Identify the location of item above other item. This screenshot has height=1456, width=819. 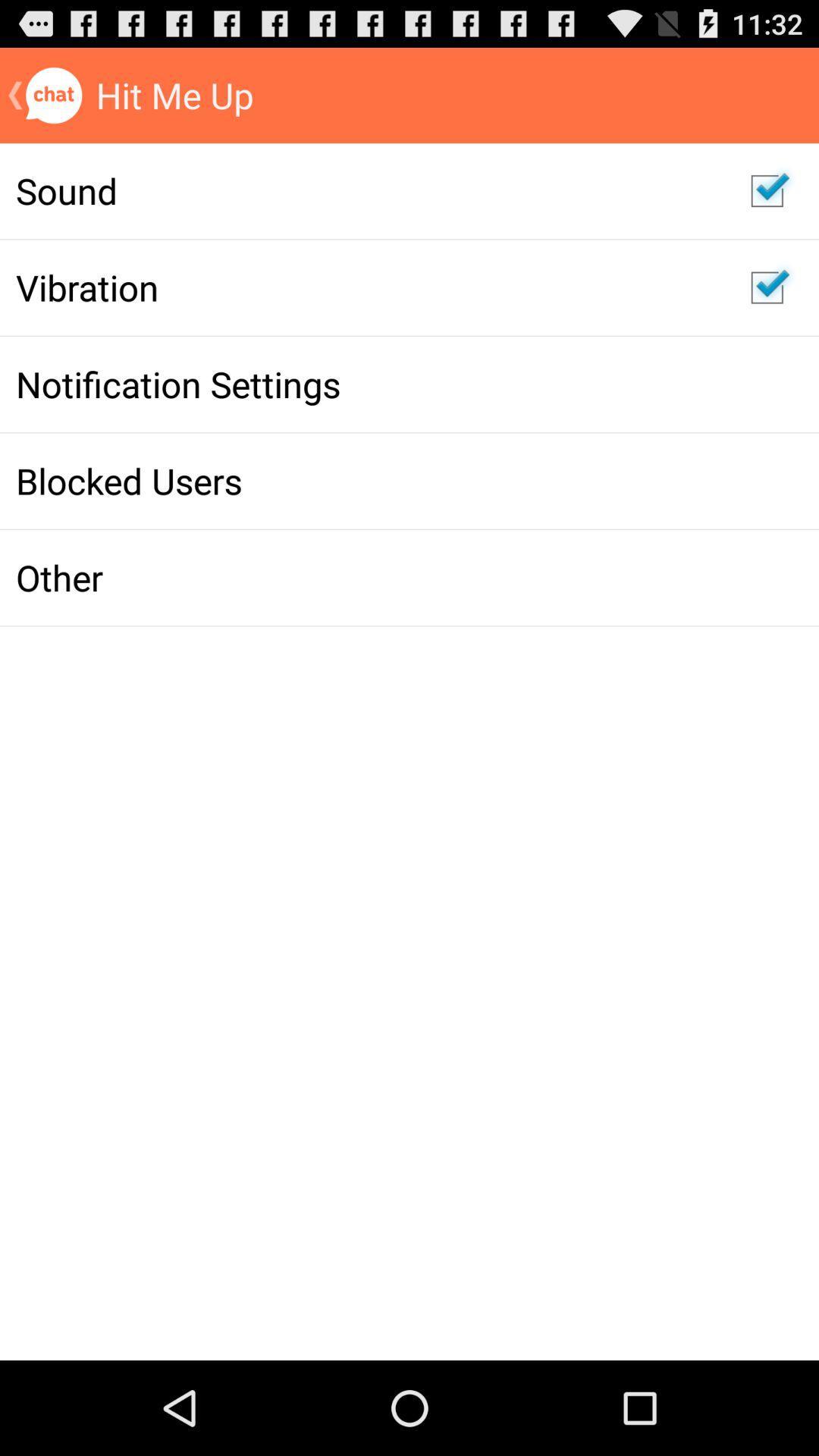
(367, 480).